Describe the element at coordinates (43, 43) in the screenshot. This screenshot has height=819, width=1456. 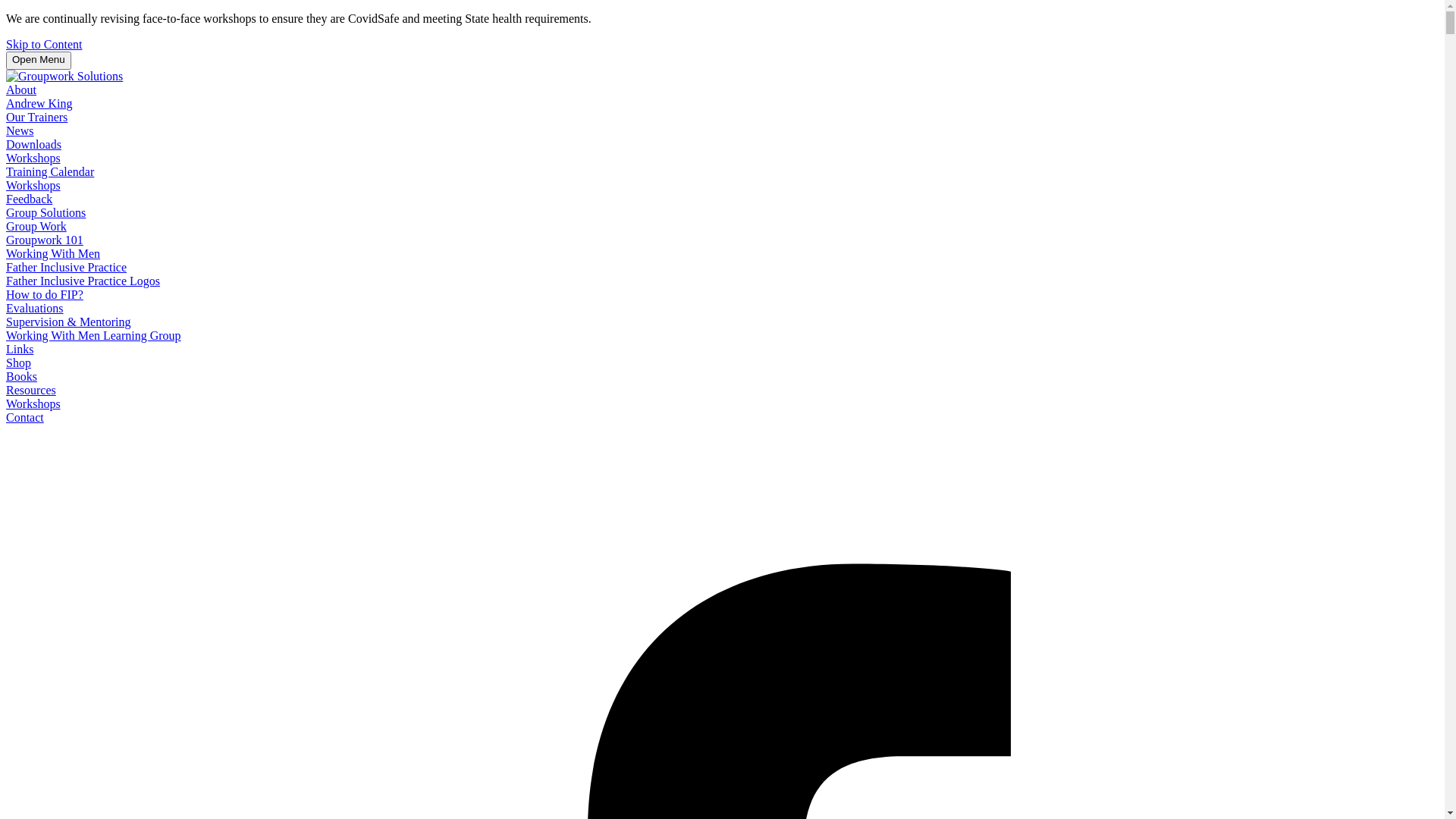
I see `'Skip to Content'` at that location.